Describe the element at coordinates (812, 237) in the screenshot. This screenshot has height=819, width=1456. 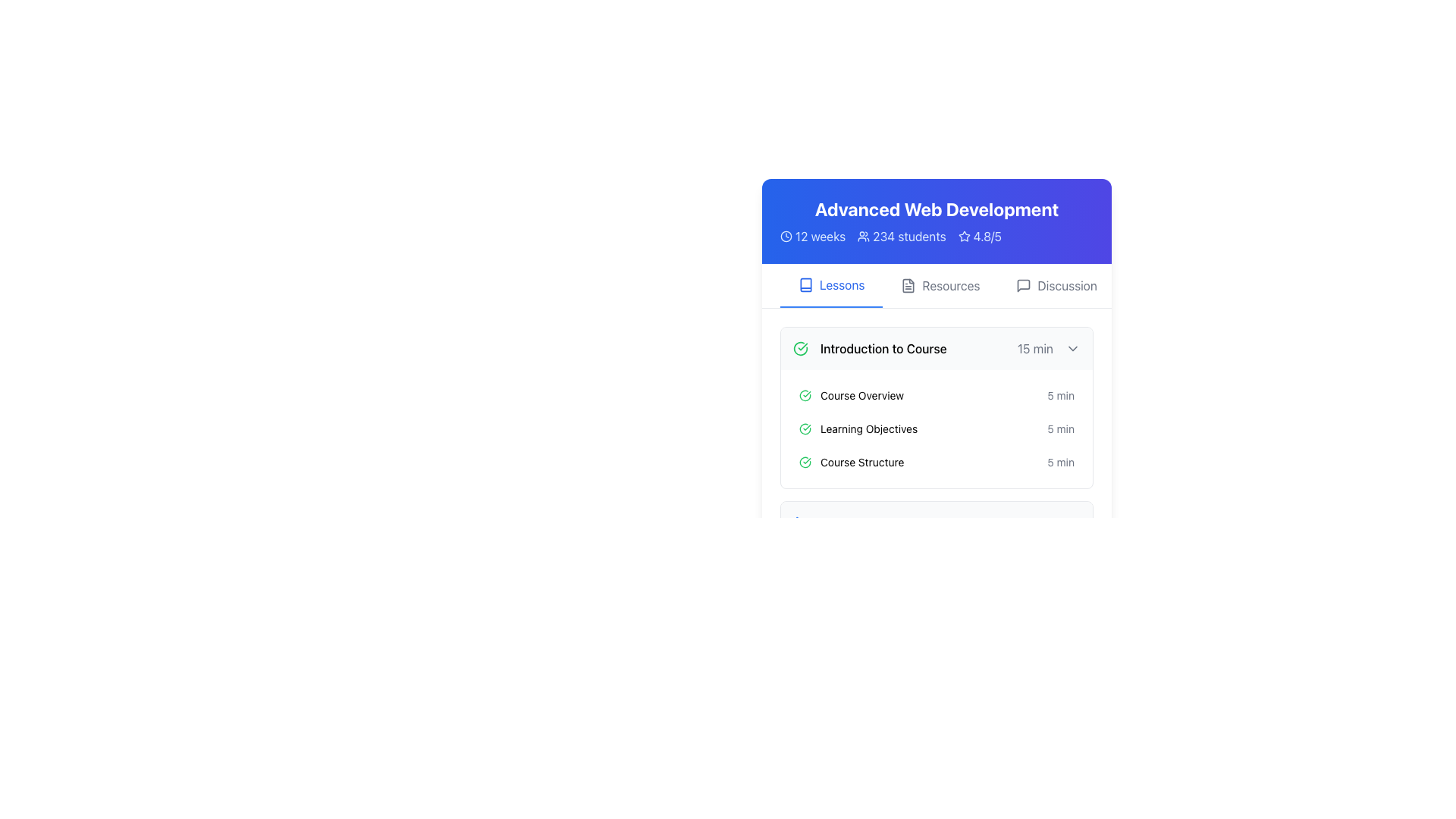
I see `the clock icon associated with the '12 weeks' text label, which is positioned at the top left of the card displaying 'Advanced Web Development'` at that location.